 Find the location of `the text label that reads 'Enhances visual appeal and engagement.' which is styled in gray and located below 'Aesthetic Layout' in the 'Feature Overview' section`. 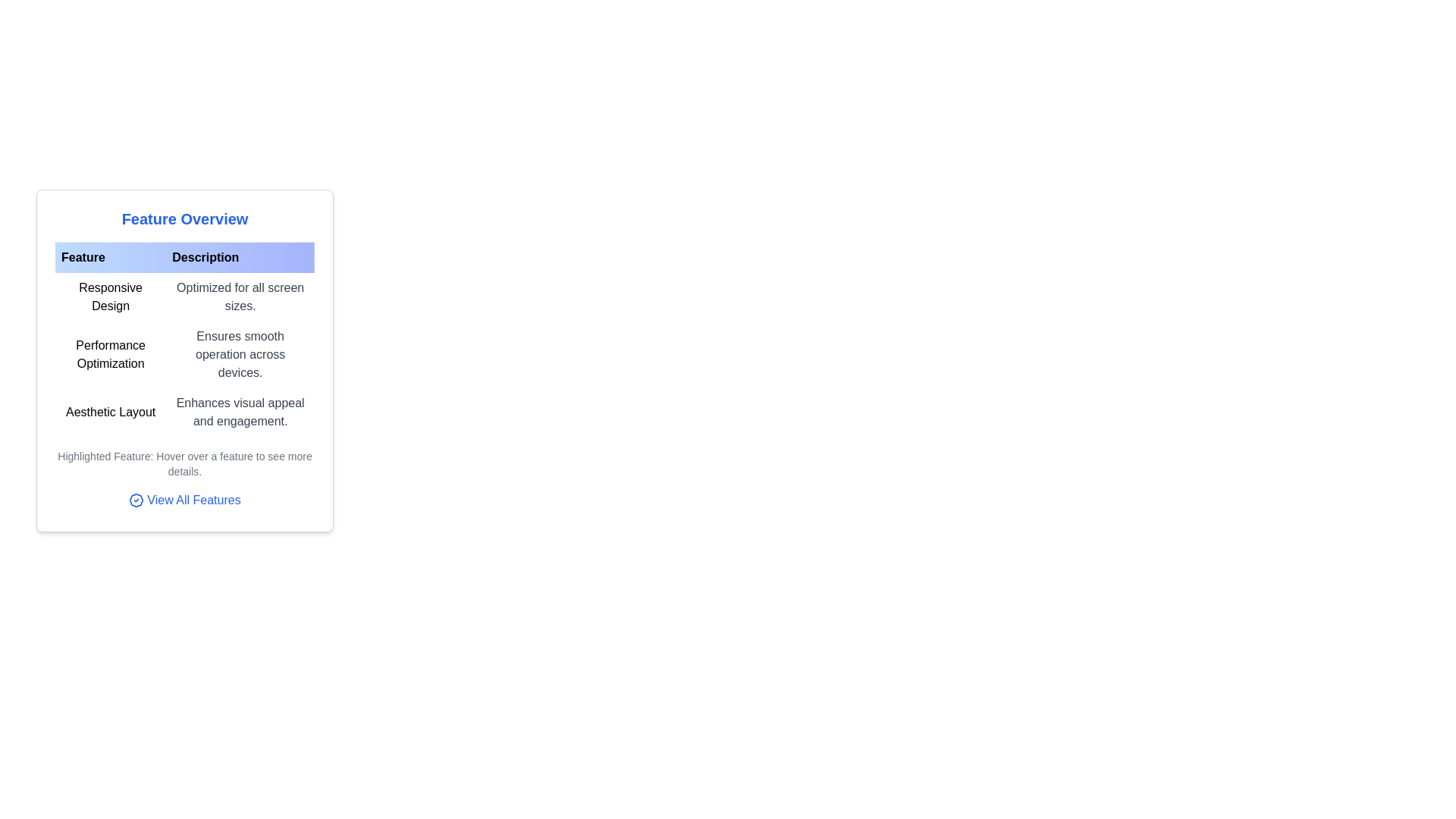

the text label that reads 'Enhances visual appeal and engagement.' which is styled in gray and located below 'Aesthetic Layout' in the 'Feature Overview' section is located at coordinates (240, 412).